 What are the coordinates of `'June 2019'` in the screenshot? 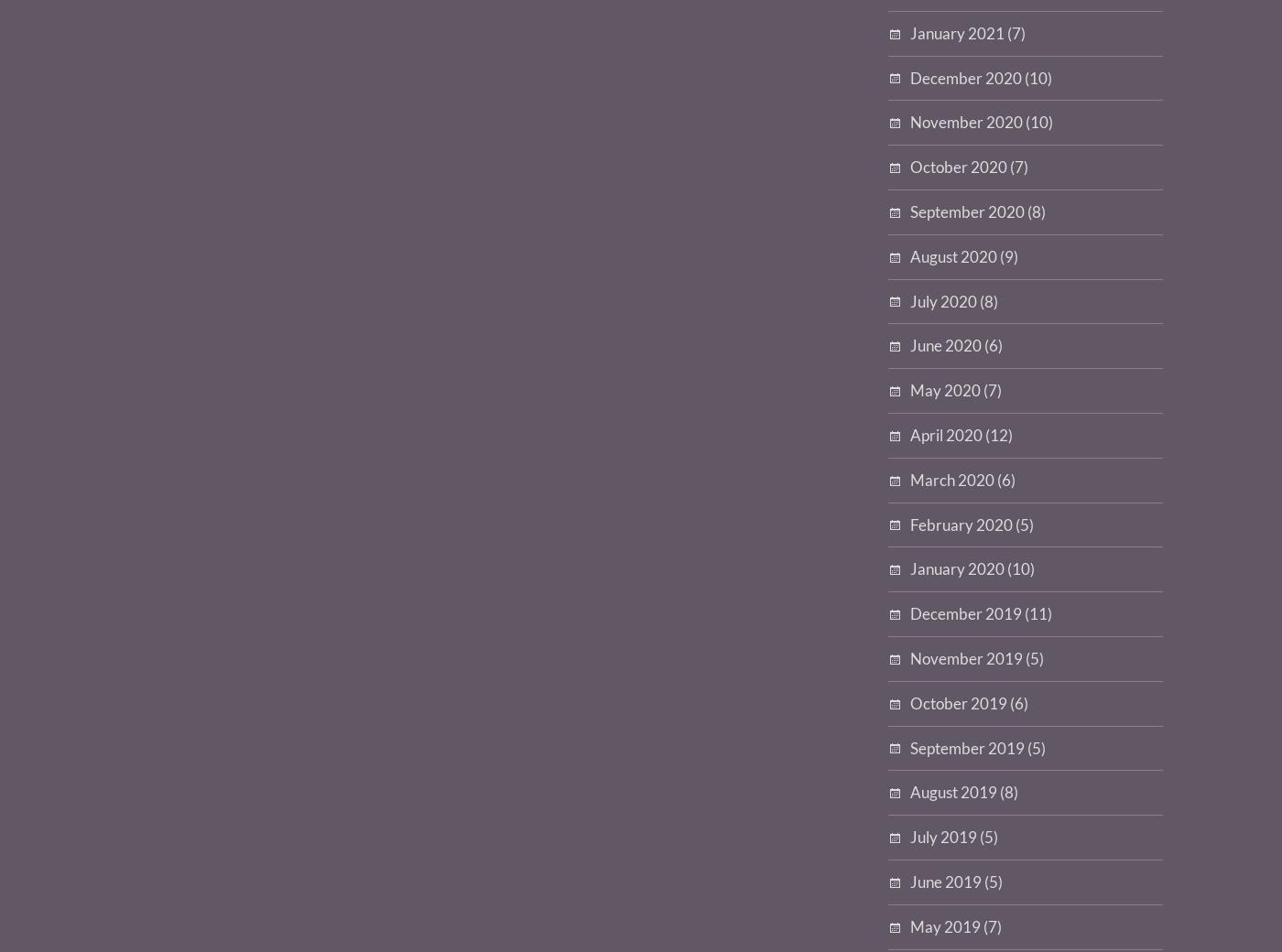 It's located at (946, 882).